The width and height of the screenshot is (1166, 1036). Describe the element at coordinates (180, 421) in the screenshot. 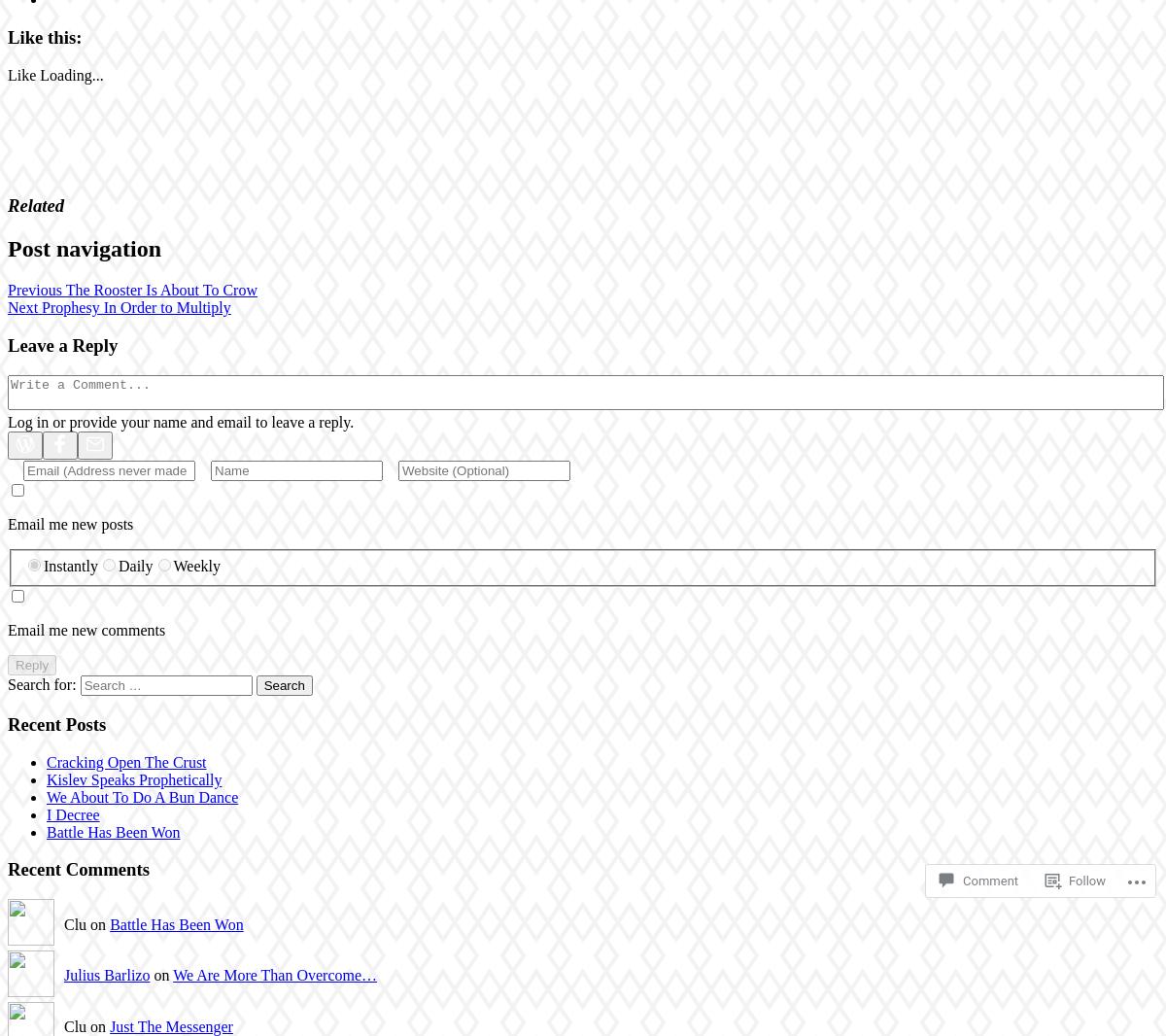

I see `'Log in or provide your name and email to leave a reply.'` at that location.